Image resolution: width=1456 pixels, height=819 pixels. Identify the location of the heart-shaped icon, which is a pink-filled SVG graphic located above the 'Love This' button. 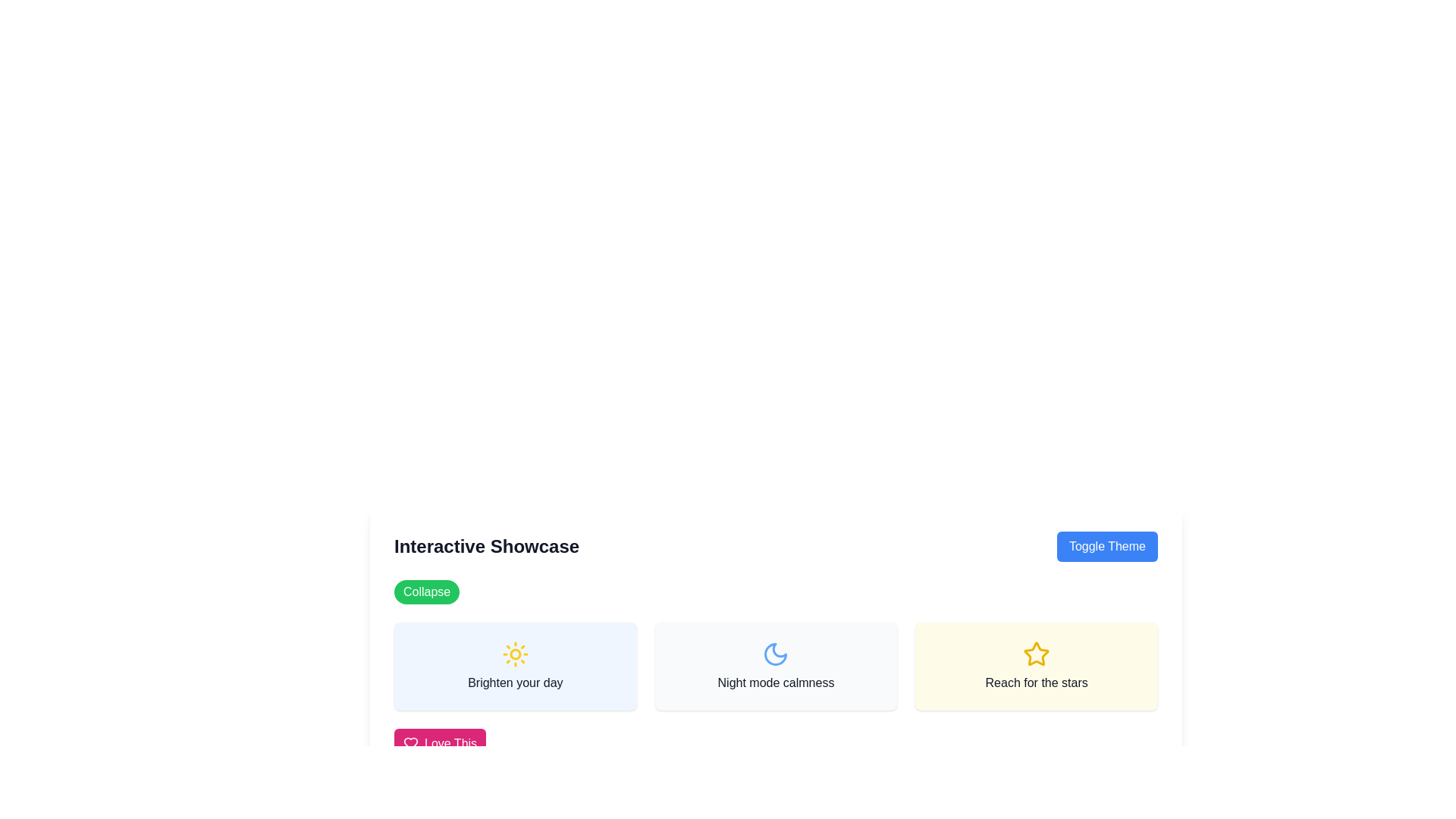
(411, 742).